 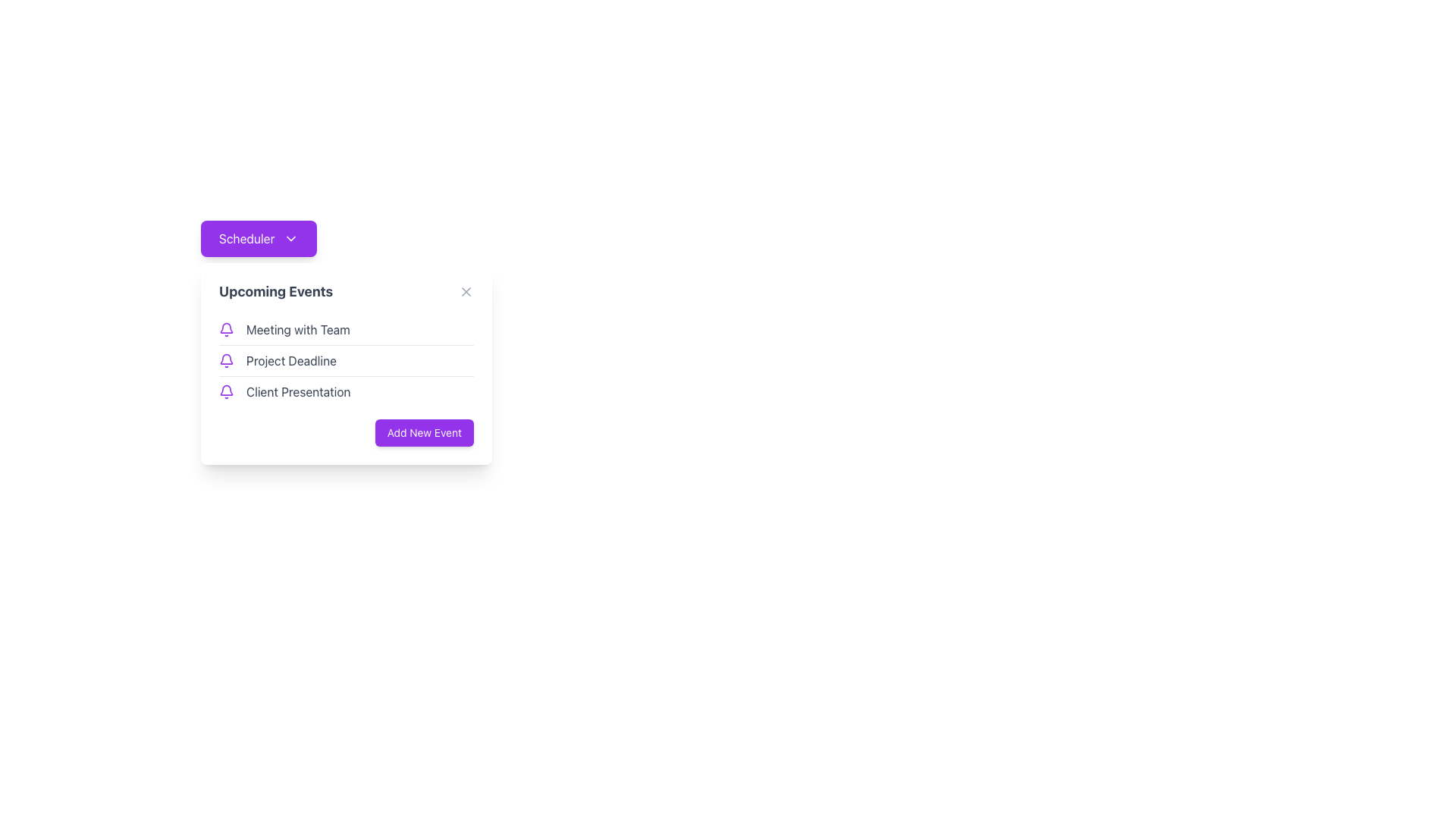 What do you see at coordinates (291, 239) in the screenshot?
I see `the chevron down icon located on the right side of the 'Scheduler' button` at bounding box center [291, 239].